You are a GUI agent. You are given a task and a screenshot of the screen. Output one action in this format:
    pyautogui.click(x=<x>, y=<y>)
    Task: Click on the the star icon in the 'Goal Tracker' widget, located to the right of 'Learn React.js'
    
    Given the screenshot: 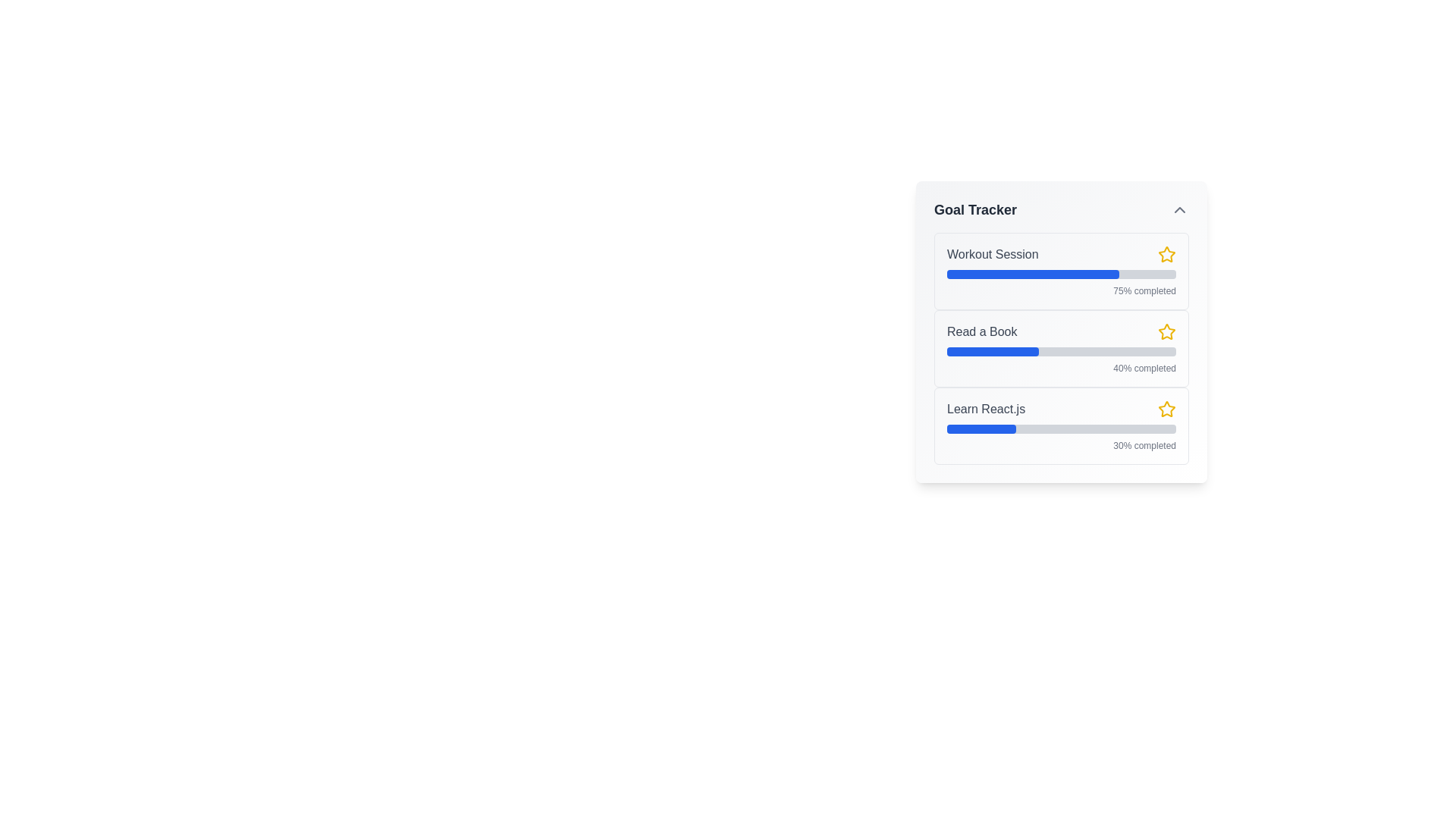 What is the action you would take?
    pyautogui.click(x=1166, y=409)
    